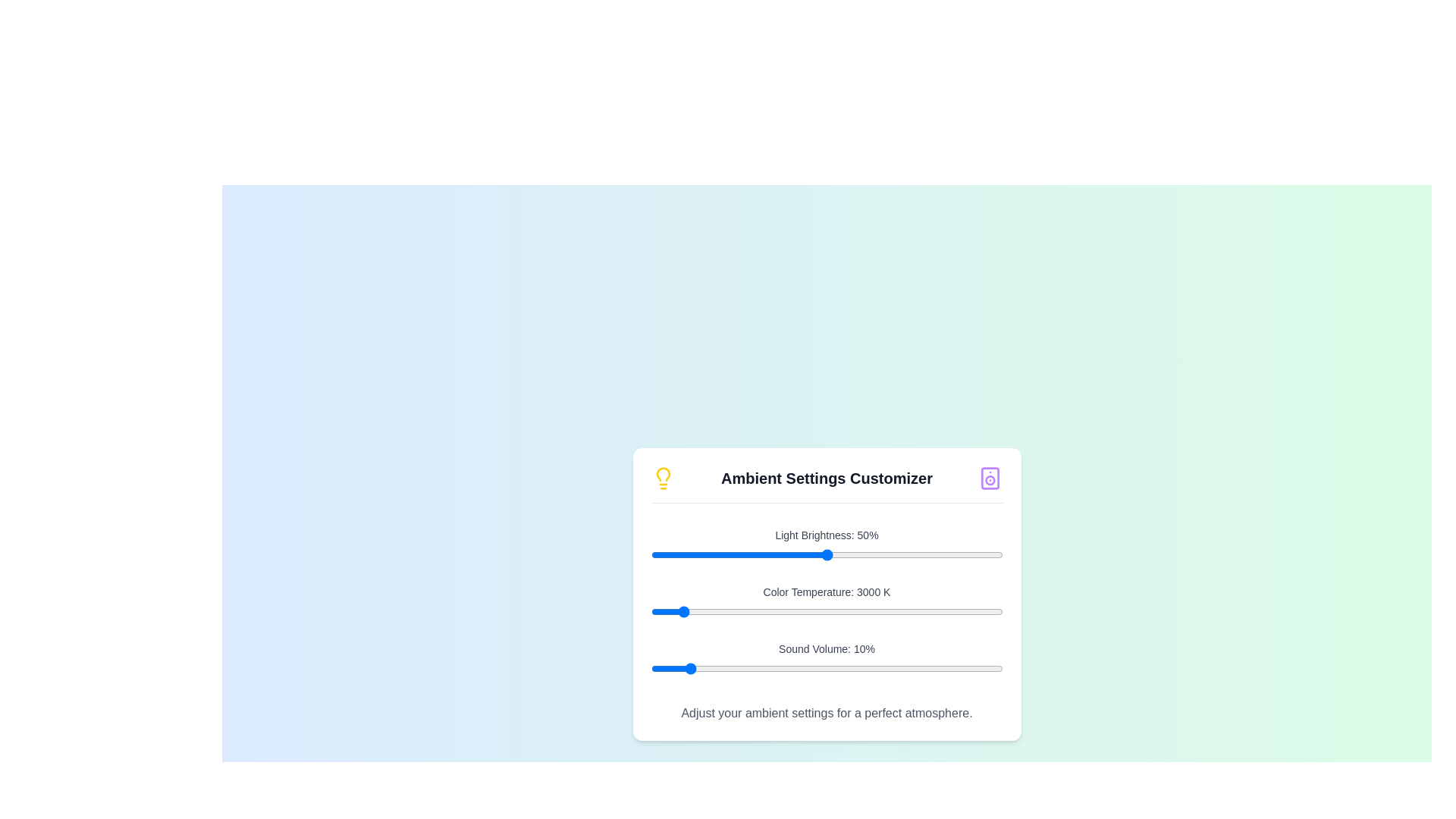 The image size is (1456, 819). Describe the element at coordinates (861, 555) in the screenshot. I see `the light brightness` at that location.